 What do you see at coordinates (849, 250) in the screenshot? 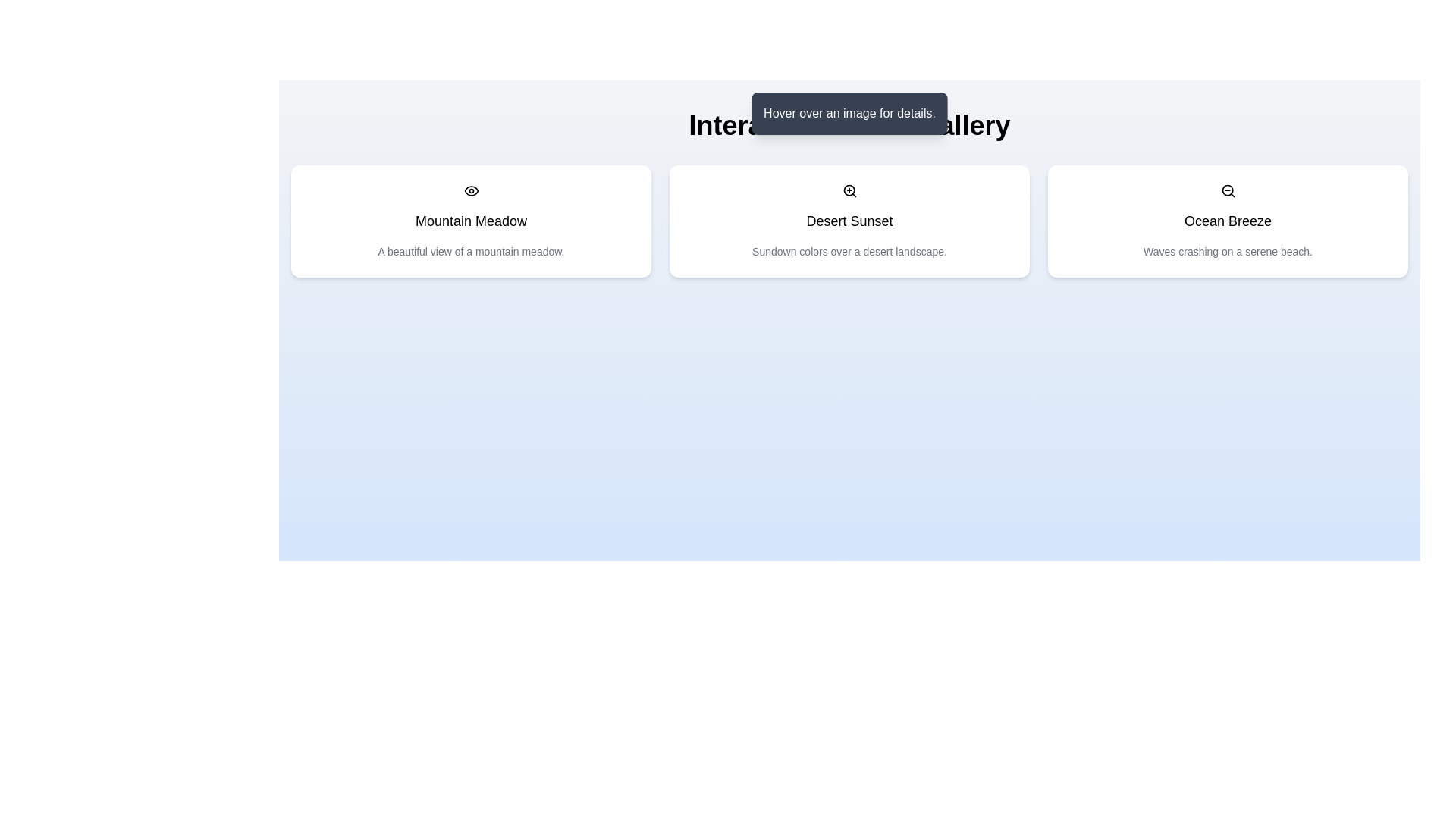
I see `descriptive text label located below the title 'Desert Sunset', which is styled in a small gray font` at bounding box center [849, 250].